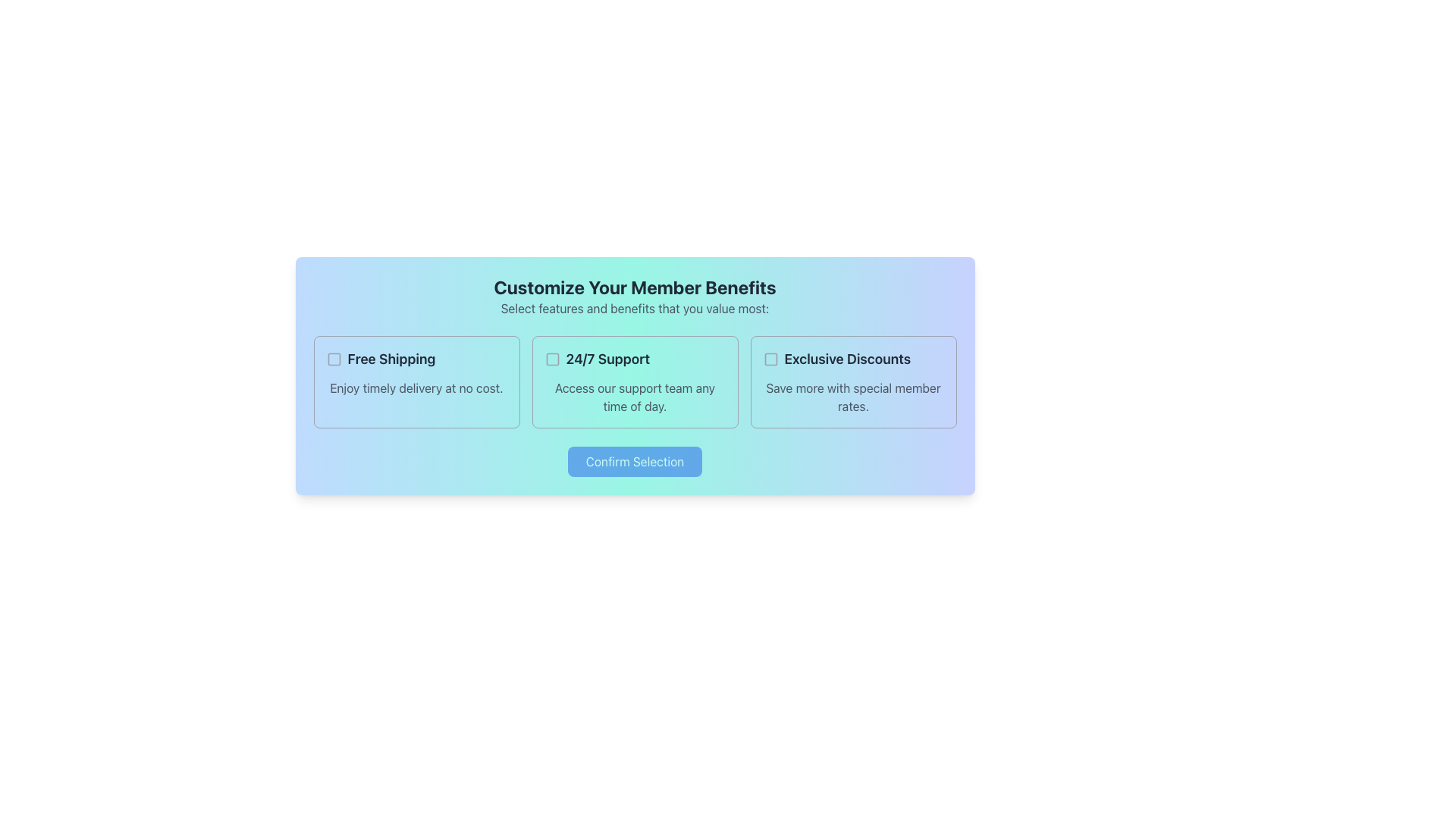  Describe the element at coordinates (635, 381) in the screenshot. I see `description of the '24/7 Support' selectable card, which features a checkbox, a bold title, and smaller text, positioned in the middle column of a 3-column grid layout` at that location.